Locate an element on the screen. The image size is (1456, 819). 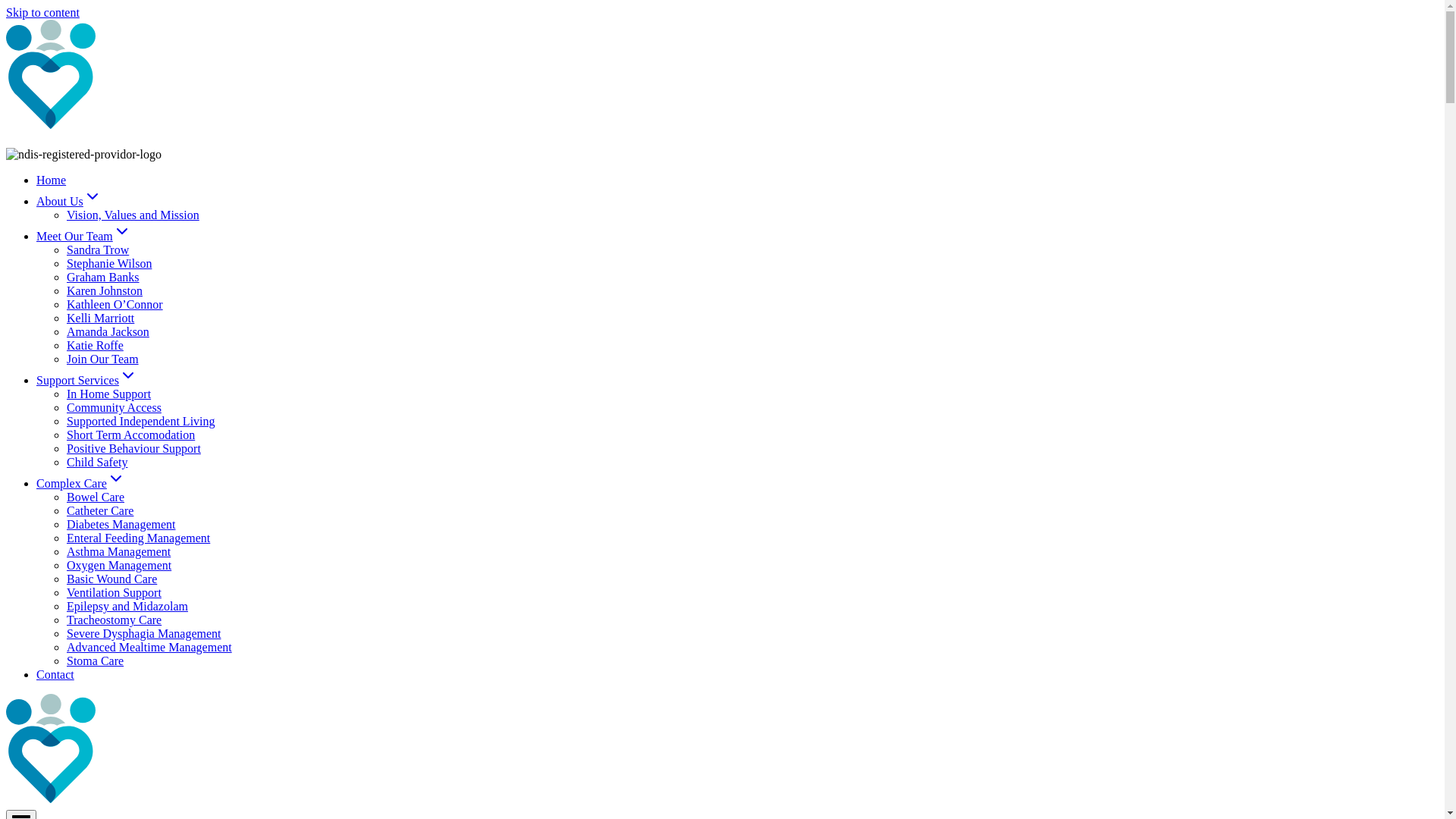
'About UsExpand' is located at coordinates (68, 200).